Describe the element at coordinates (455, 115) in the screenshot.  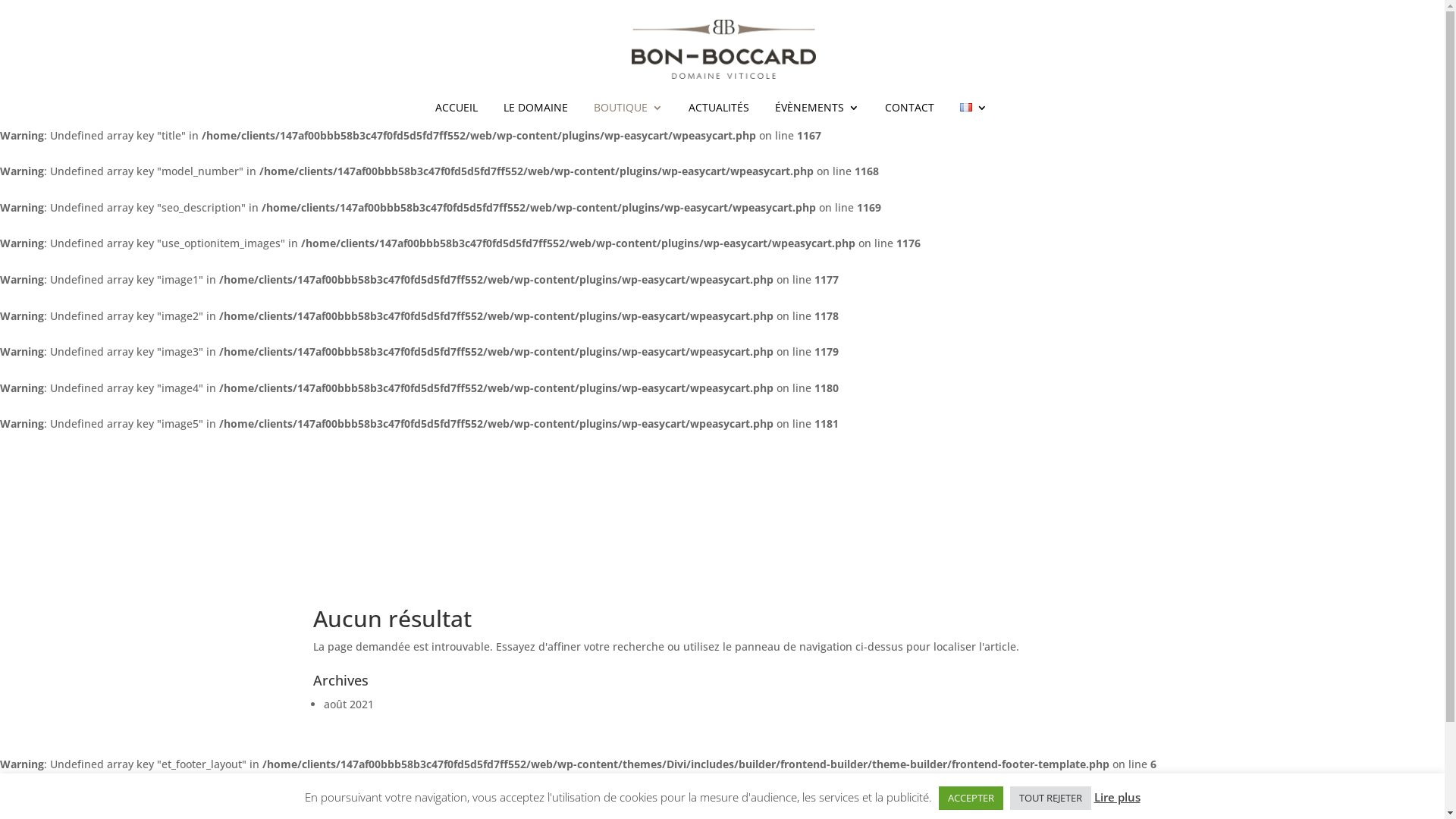
I see `'ACCUEIL'` at that location.